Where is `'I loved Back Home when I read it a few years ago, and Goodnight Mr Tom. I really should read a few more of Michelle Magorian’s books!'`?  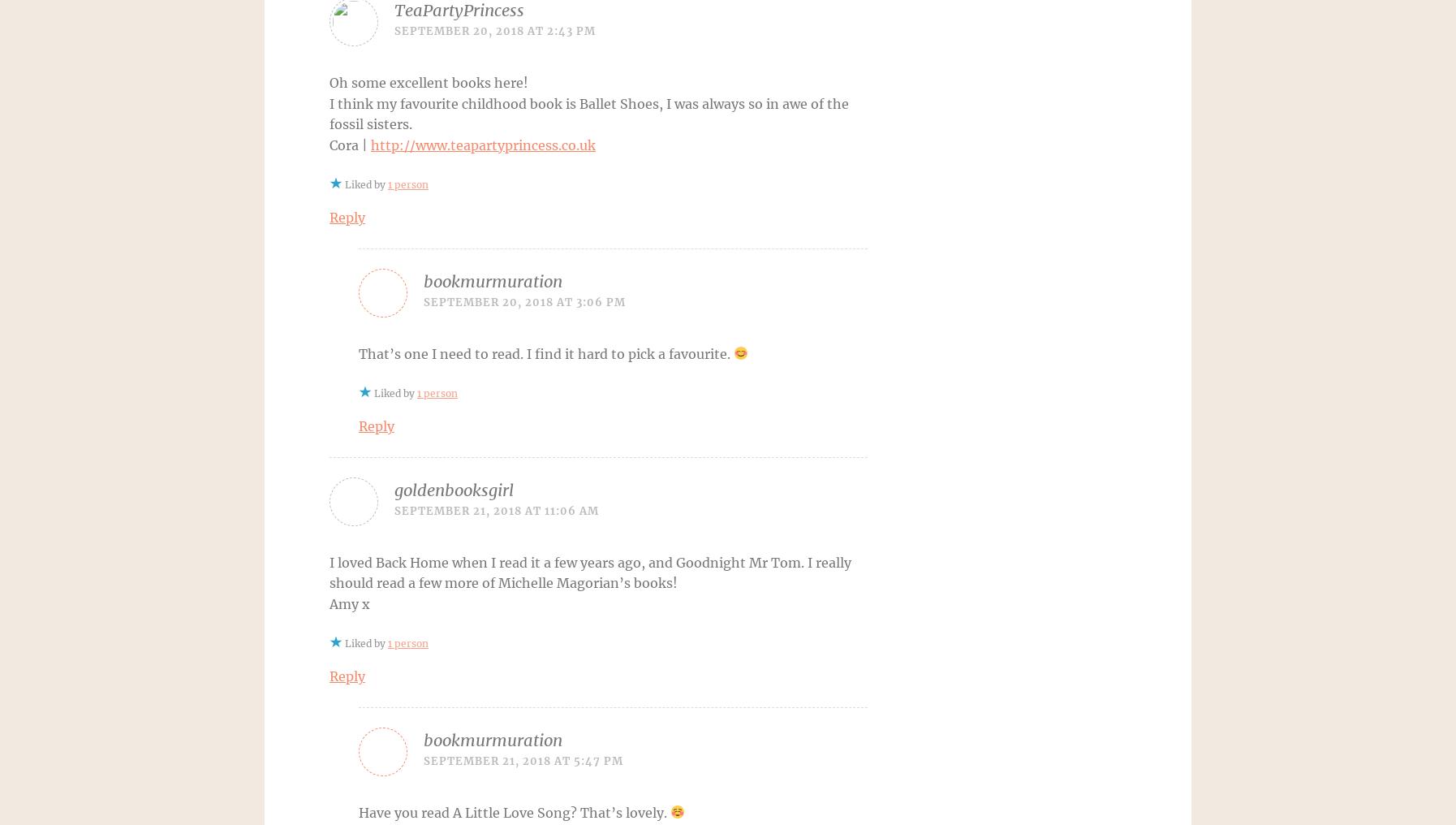
'I loved Back Home when I read it a few years ago, and Goodnight Mr Tom. I really should read a few more of Michelle Magorian’s books!' is located at coordinates (590, 572).